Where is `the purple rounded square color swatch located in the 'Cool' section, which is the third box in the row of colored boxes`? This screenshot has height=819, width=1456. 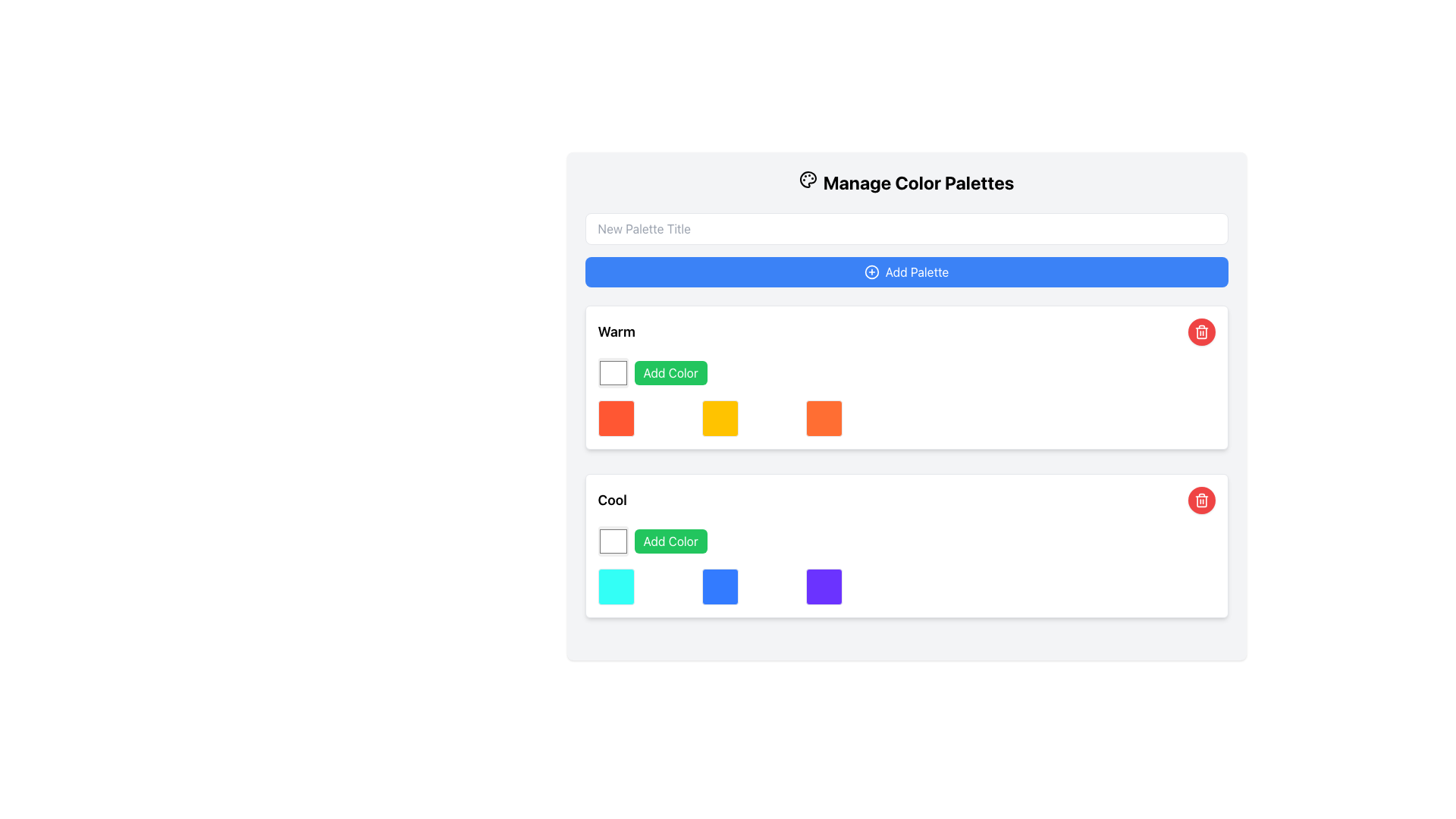
the purple rounded square color swatch located in the 'Cool' section, which is the third box in the row of colored boxes is located at coordinates (823, 586).